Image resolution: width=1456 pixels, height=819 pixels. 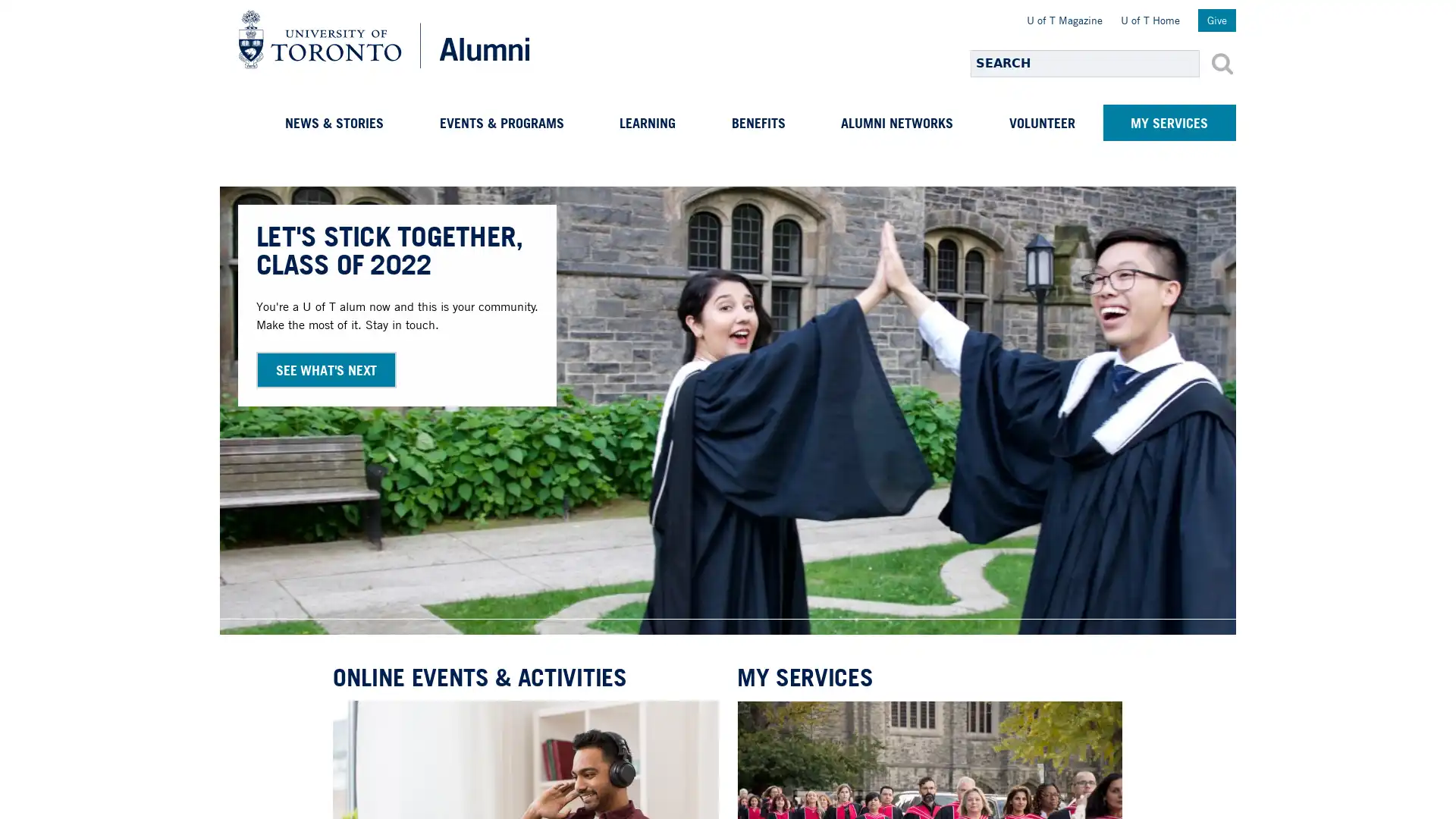 What do you see at coordinates (1222, 63) in the screenshot?
I see `Search` at bounding box center [1222, 63].